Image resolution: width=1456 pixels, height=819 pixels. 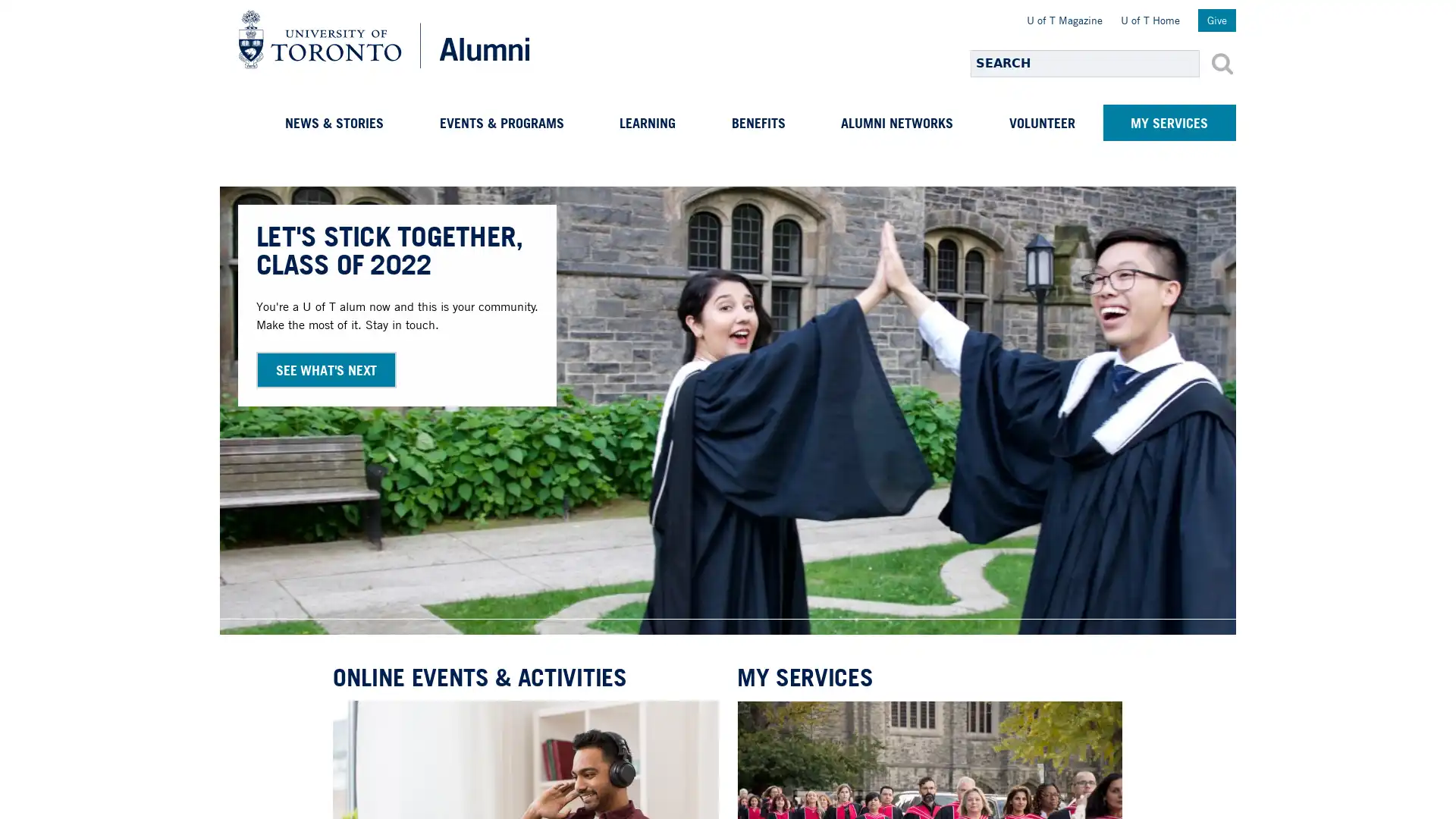 What do you see at coordinates (1222, 63) in the screenshot?
I see `Search` at bounding box center [1222, 63].